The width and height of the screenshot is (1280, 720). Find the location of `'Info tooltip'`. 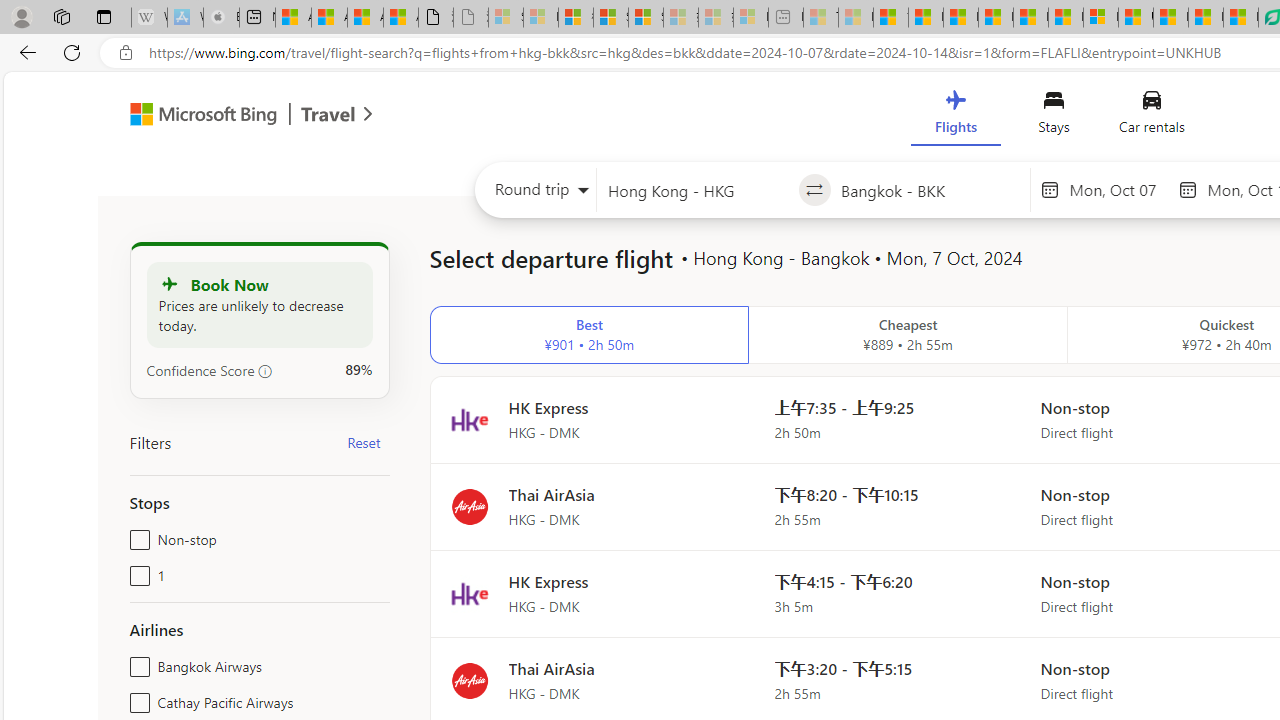

'Info tooltip' is located at coordinates (264, 371).